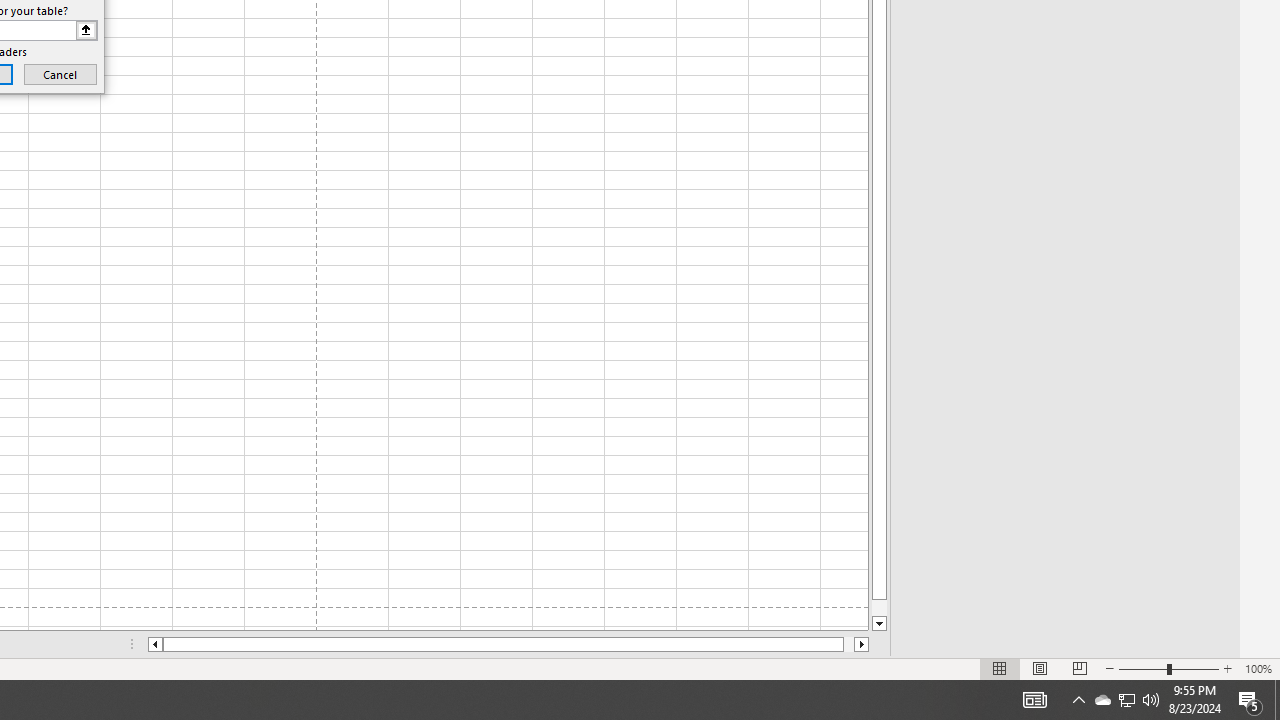 This screenshot has height=720, width=1280. I want to click on 'Zoom In', so click(1226, 669).